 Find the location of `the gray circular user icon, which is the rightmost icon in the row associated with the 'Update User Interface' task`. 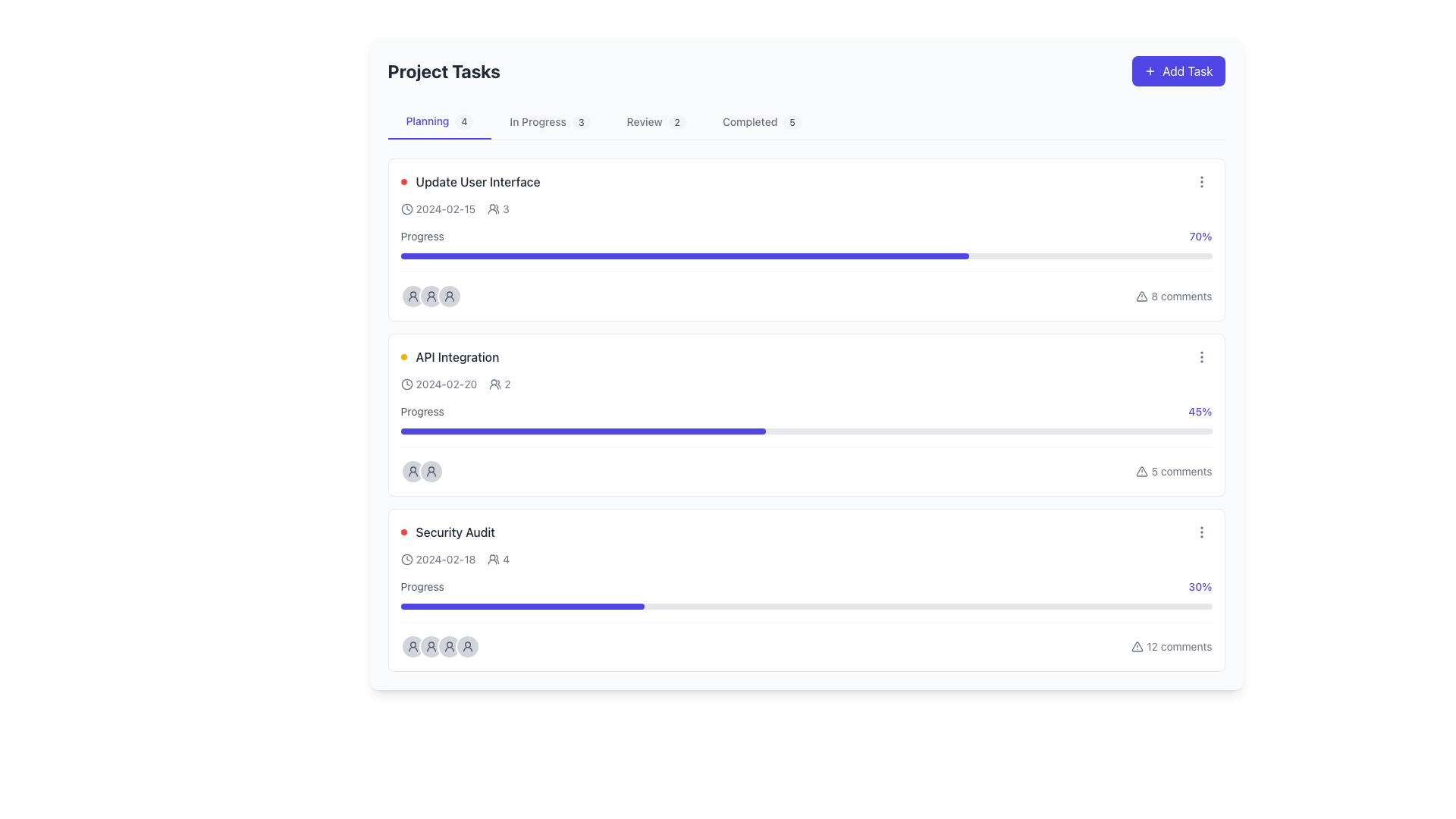

the gray circular user icon, which is the rightmost icon in the row associated with the 'Update User Interface' task is located at coordinates (448, 296).